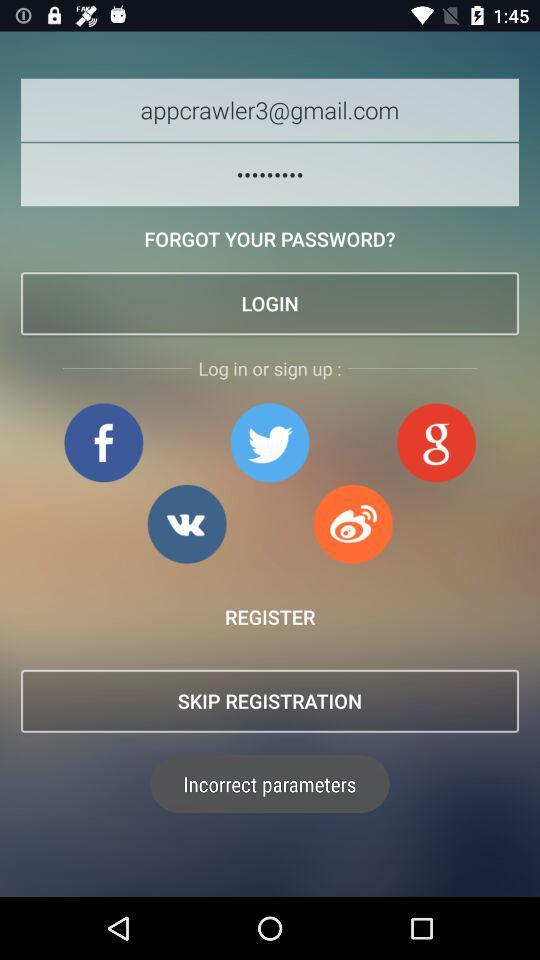 The image size is (540, 960). What do you see at coordinates (269, 442) in the screenshot?
I see `the twitter icon` at bounding box center [269, 442].